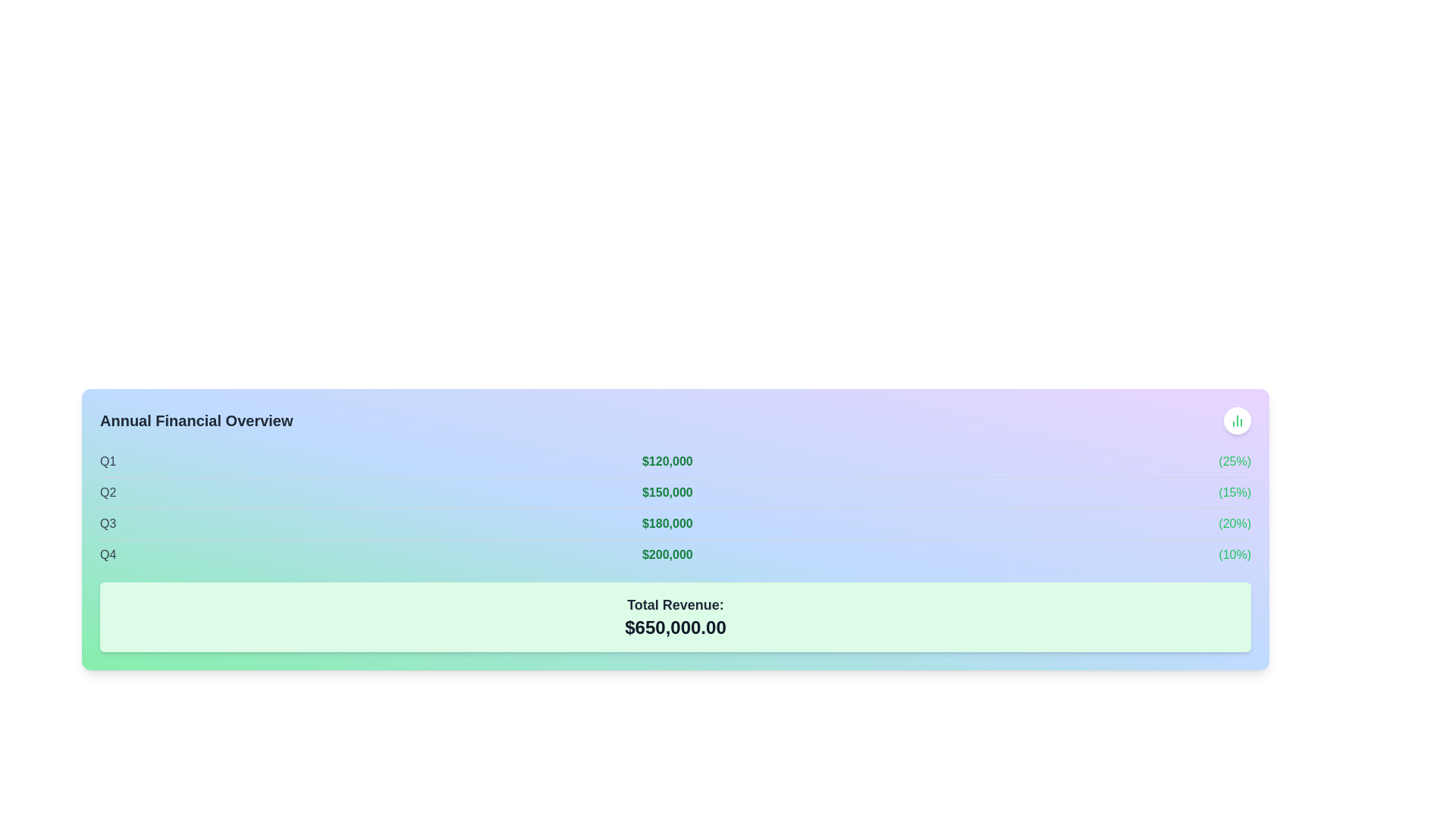 This screenshot has width=1456, height=819. What do you see at coordinates (675, 522) in the screenshot?
I see `financial data displayed in the third list item under the title 'Annual Financial Overview', which shows Q3 monetary value and percentage representation` at bounding box center [675, 522].